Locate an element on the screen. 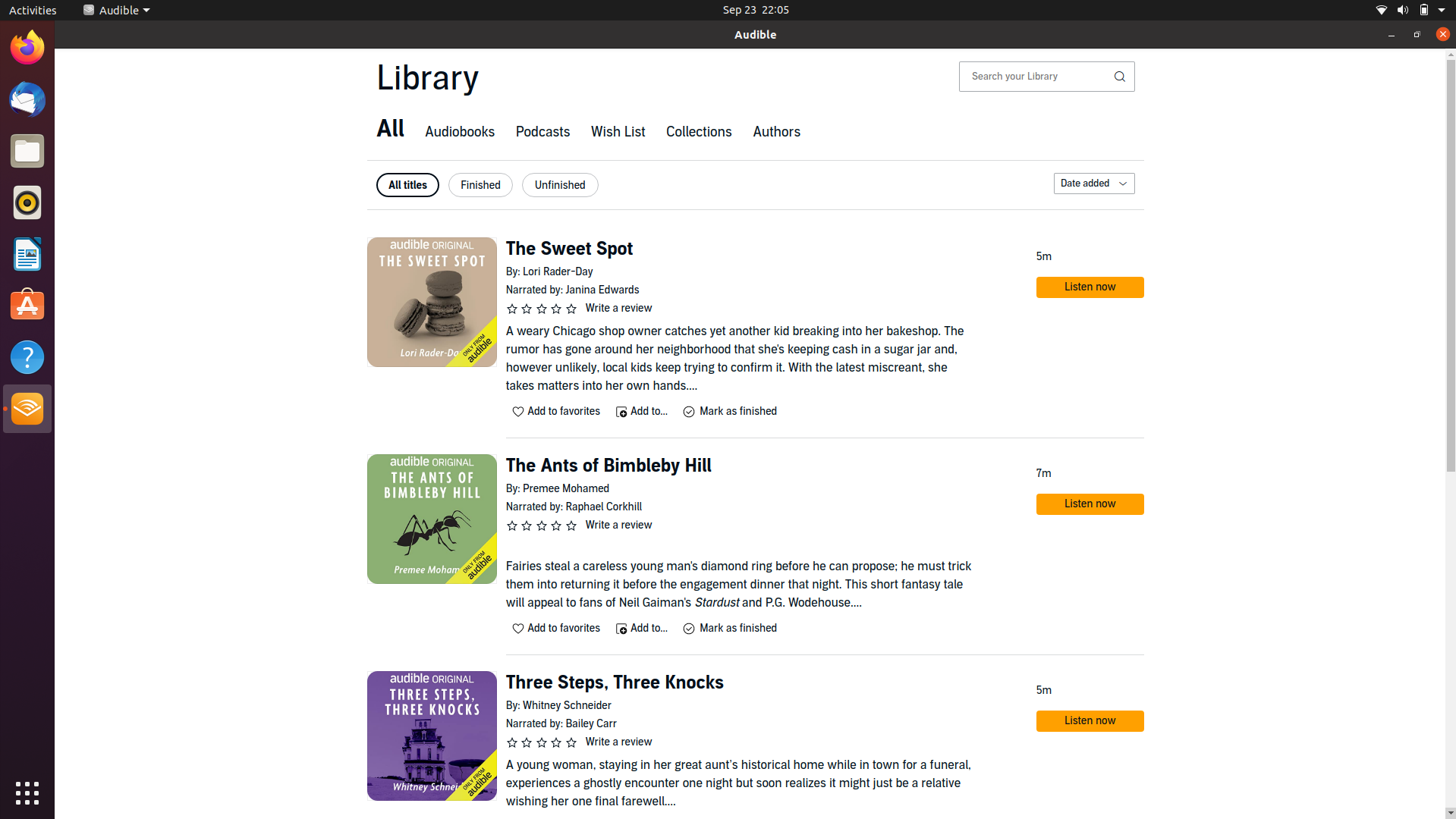  the authors tab is located at coordinates (775, 133).